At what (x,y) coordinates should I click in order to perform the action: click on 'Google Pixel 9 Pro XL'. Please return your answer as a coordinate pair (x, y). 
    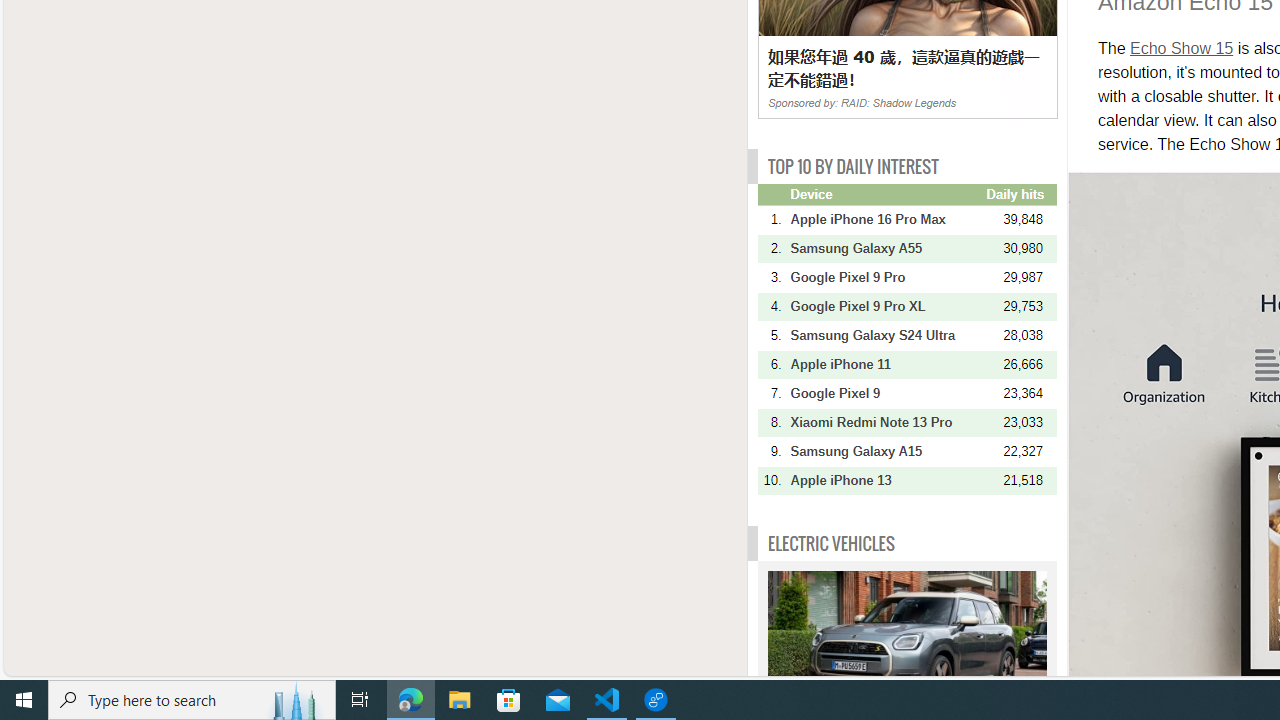
    Looking at the image, I should click on (885, 306).